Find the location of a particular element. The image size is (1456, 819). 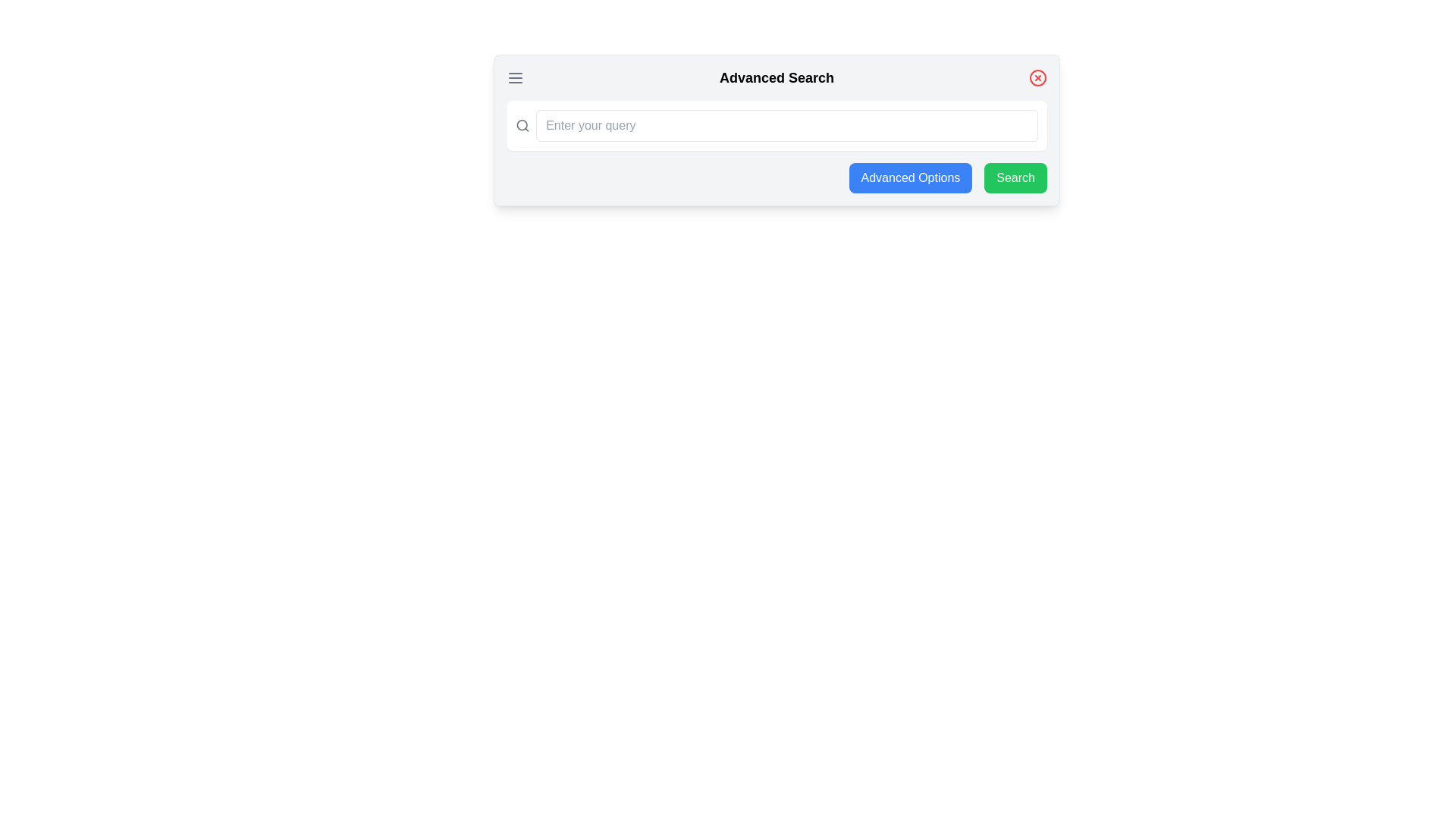

the search icon represented by a magnifying glass, which is located in the top-left corner of the search bar, adjacent to the query input field is located at coordinates (522, 124).